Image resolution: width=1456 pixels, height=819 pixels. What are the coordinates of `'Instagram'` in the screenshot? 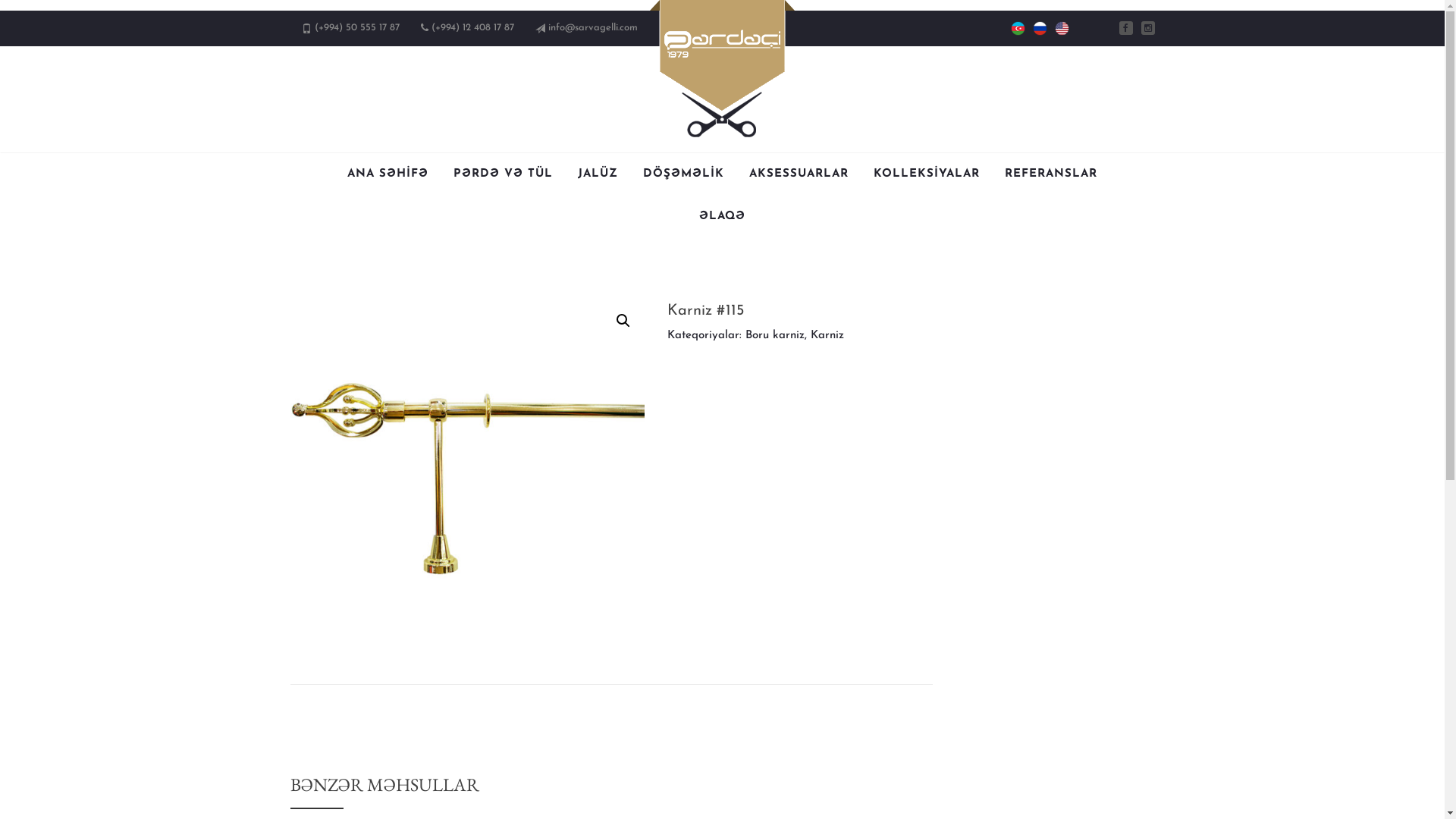 It's located at (1147, 28).